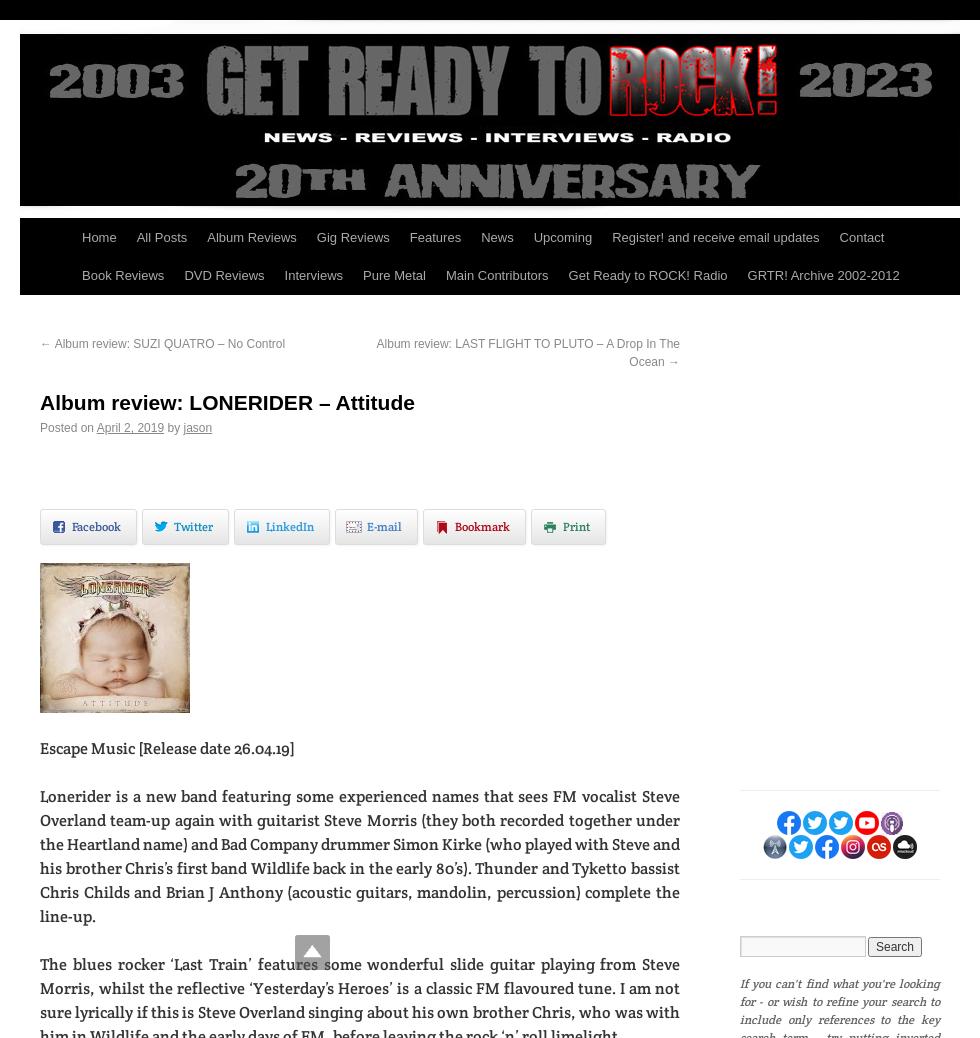  Describe the element at coordinates (173, 427) in the screenshot. I see `'by'` at that location.